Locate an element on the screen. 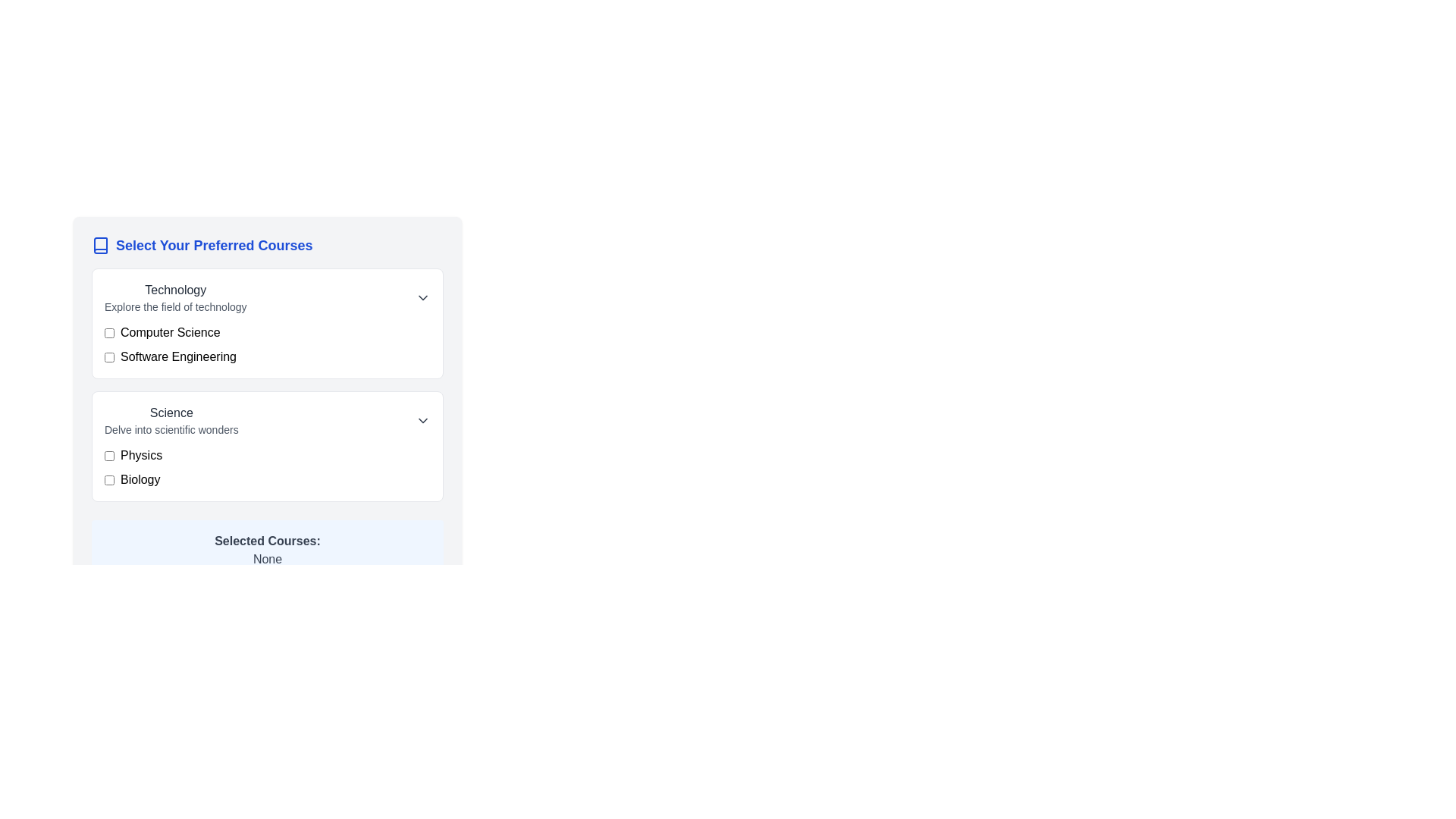 The image size is (1456, 819). the book icon located at the top-left corner of the form module, aligned to the left of the heading text 'Select Your Preferred Courses' is located at coordinates (100, 245).